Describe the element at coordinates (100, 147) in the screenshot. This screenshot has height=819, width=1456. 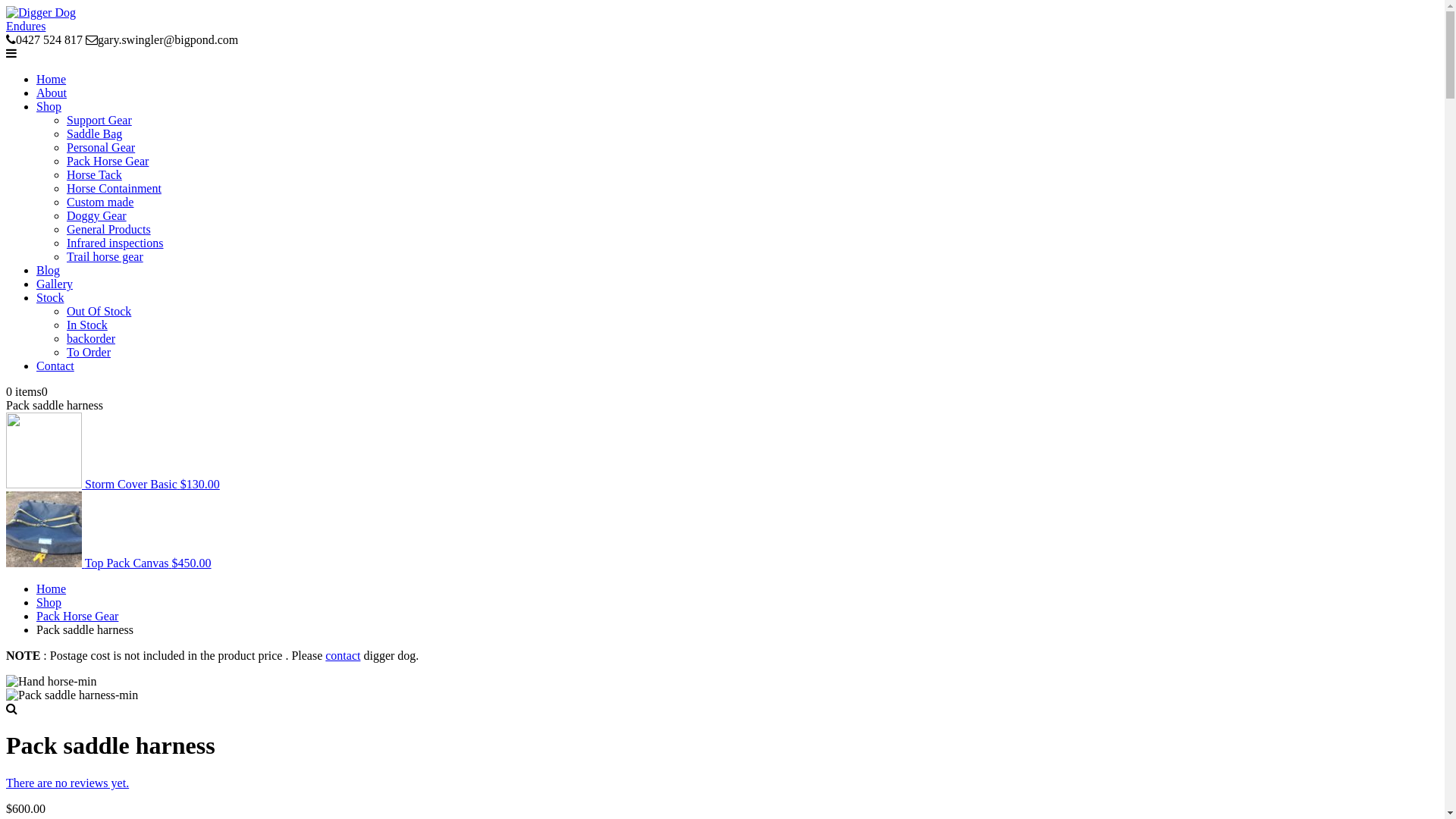
I see `'Personal Gear'` at that location.